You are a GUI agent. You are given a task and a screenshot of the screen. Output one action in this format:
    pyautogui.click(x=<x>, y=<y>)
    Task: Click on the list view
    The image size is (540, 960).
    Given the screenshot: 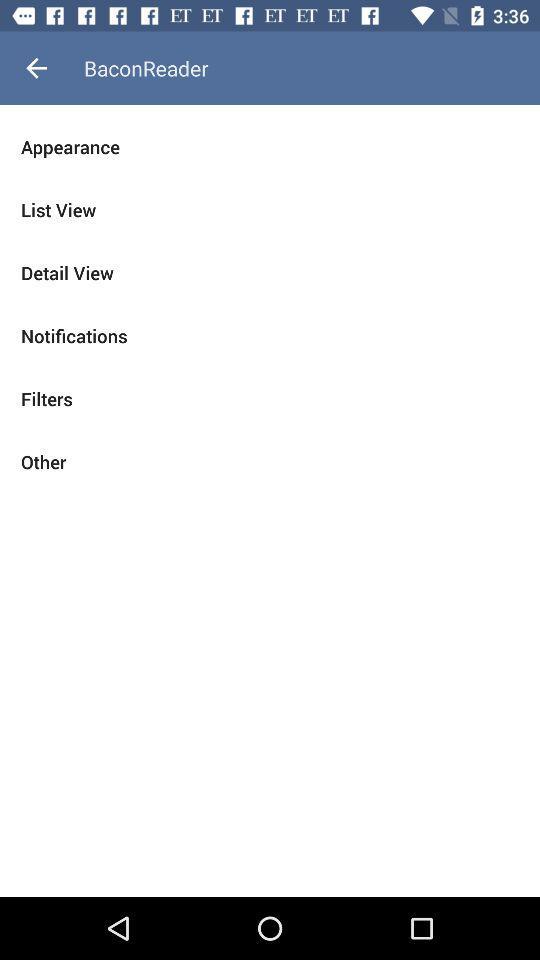 What is the action you would take?
    pyautogui.click(x=270, y=210)
    